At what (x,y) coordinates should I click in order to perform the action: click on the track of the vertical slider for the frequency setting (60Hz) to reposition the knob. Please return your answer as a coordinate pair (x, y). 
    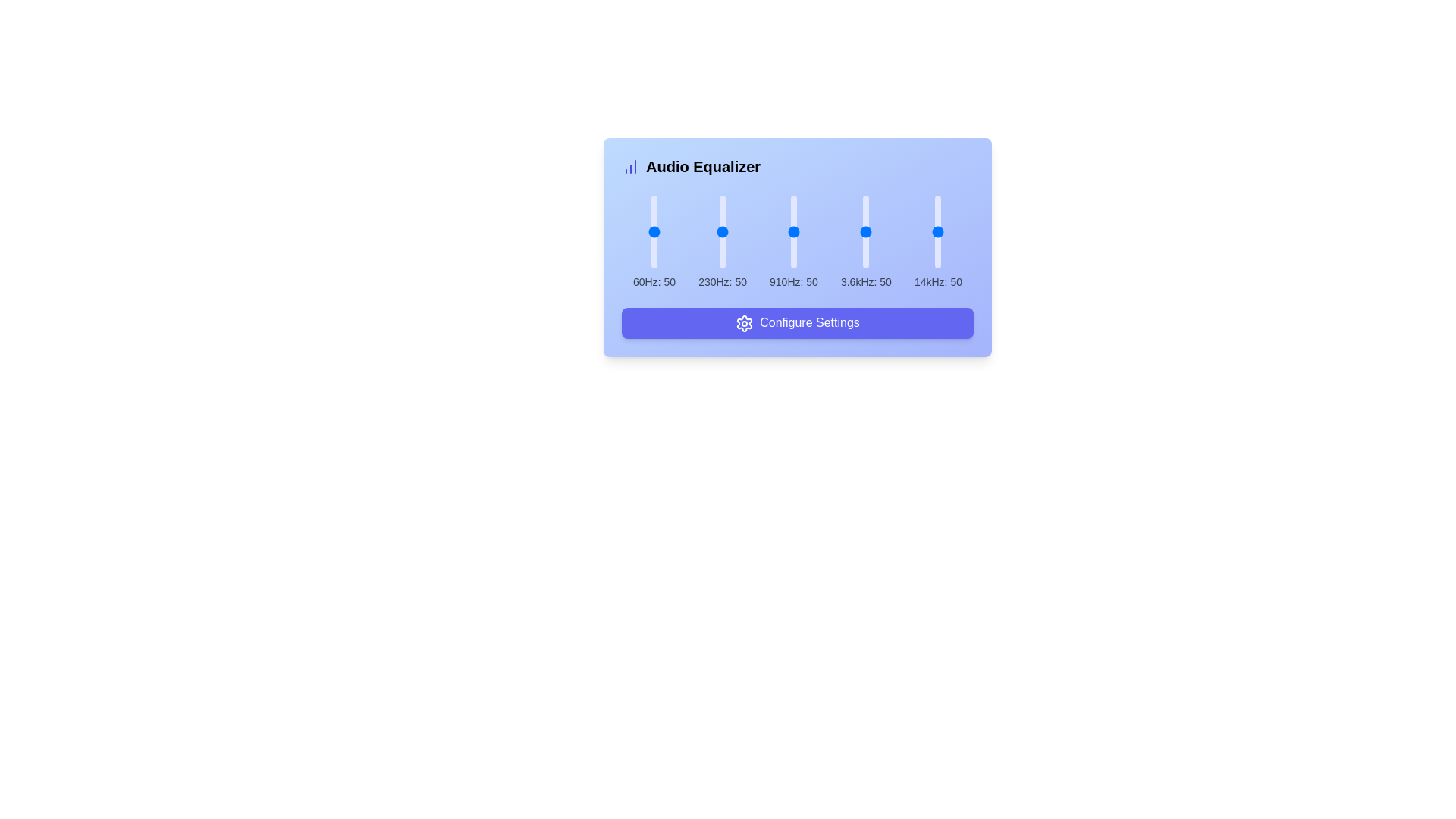
    Looking at the image, I should click on (654, 231).